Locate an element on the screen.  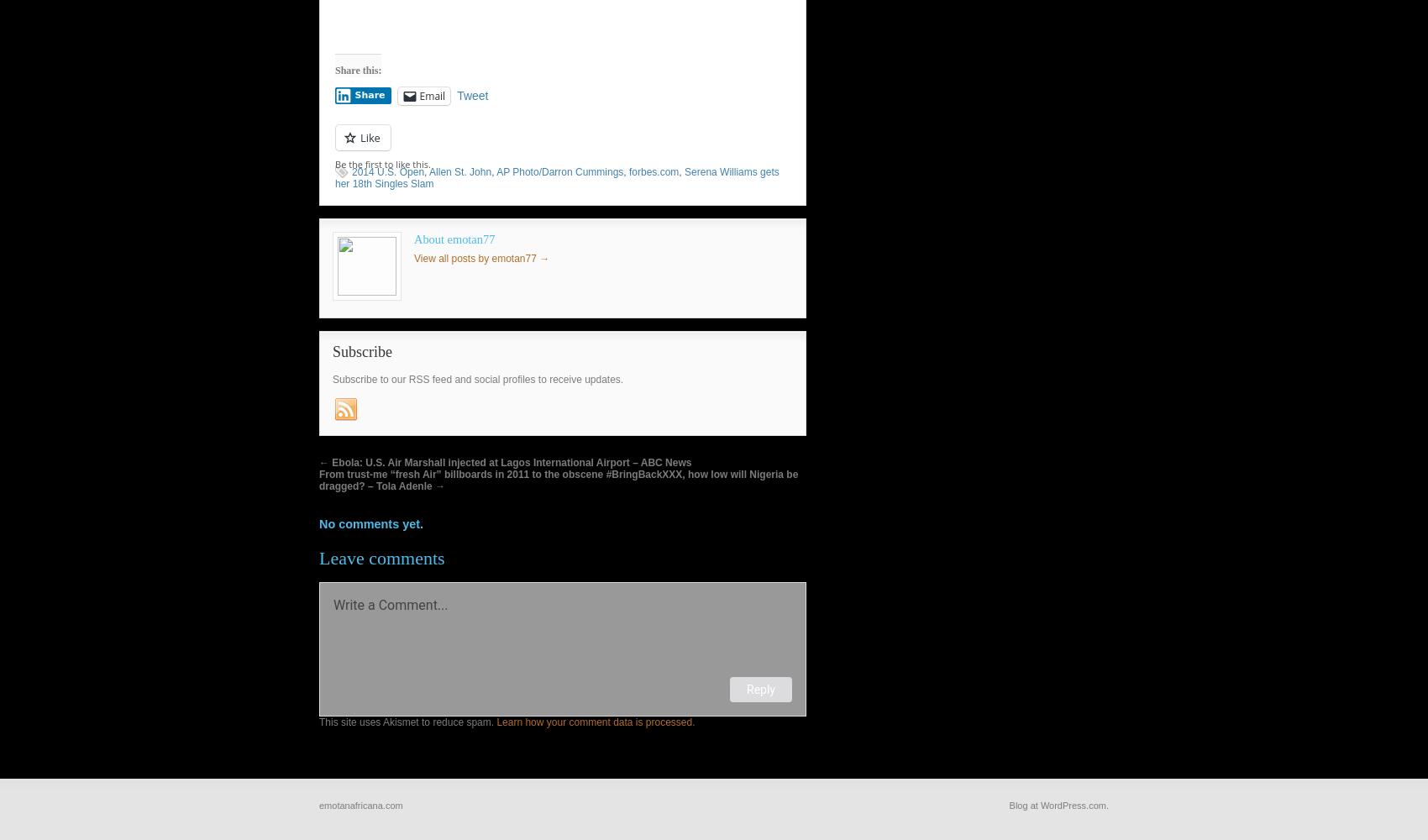
'Blog at WordPress.com.' is located at coordinates (1058, 804).